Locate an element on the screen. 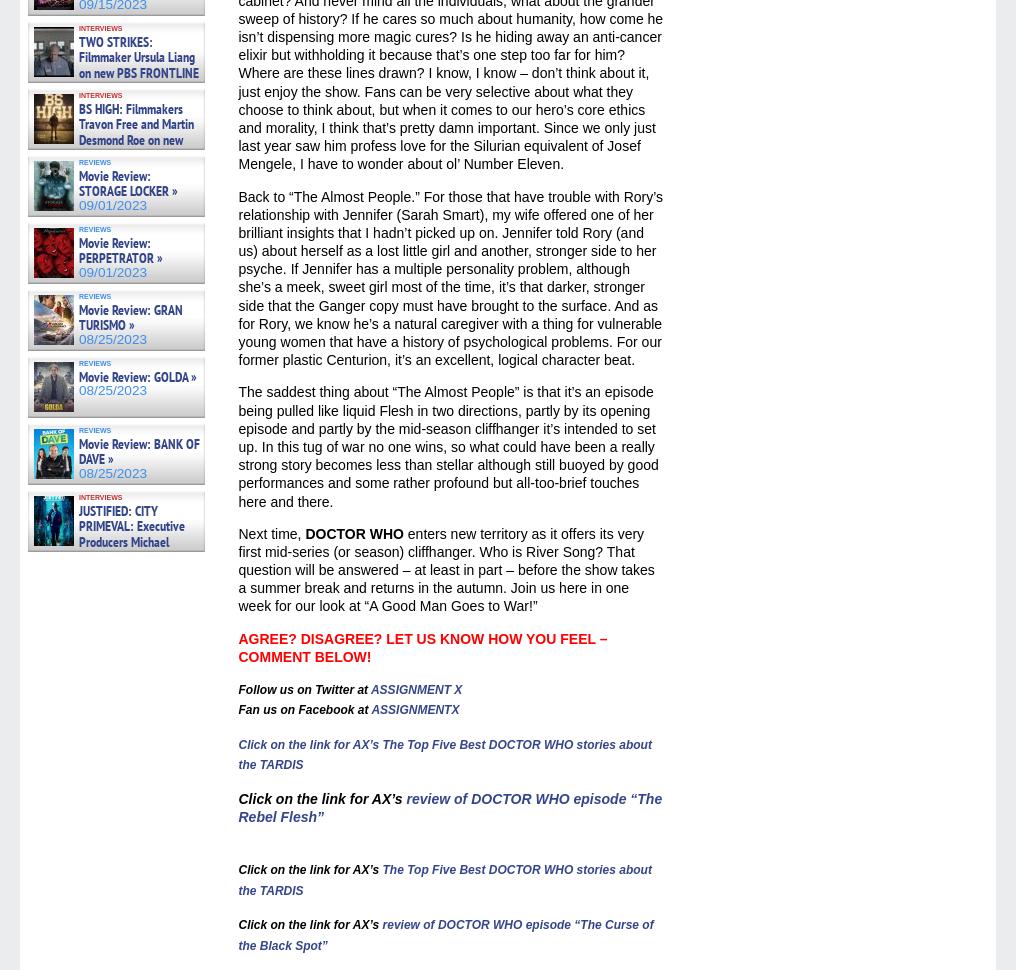 Image resolution: width=1016 pixels, height=970 pixels. 'Movie Review: GOLDA »' is located at coordinates (136, 374).